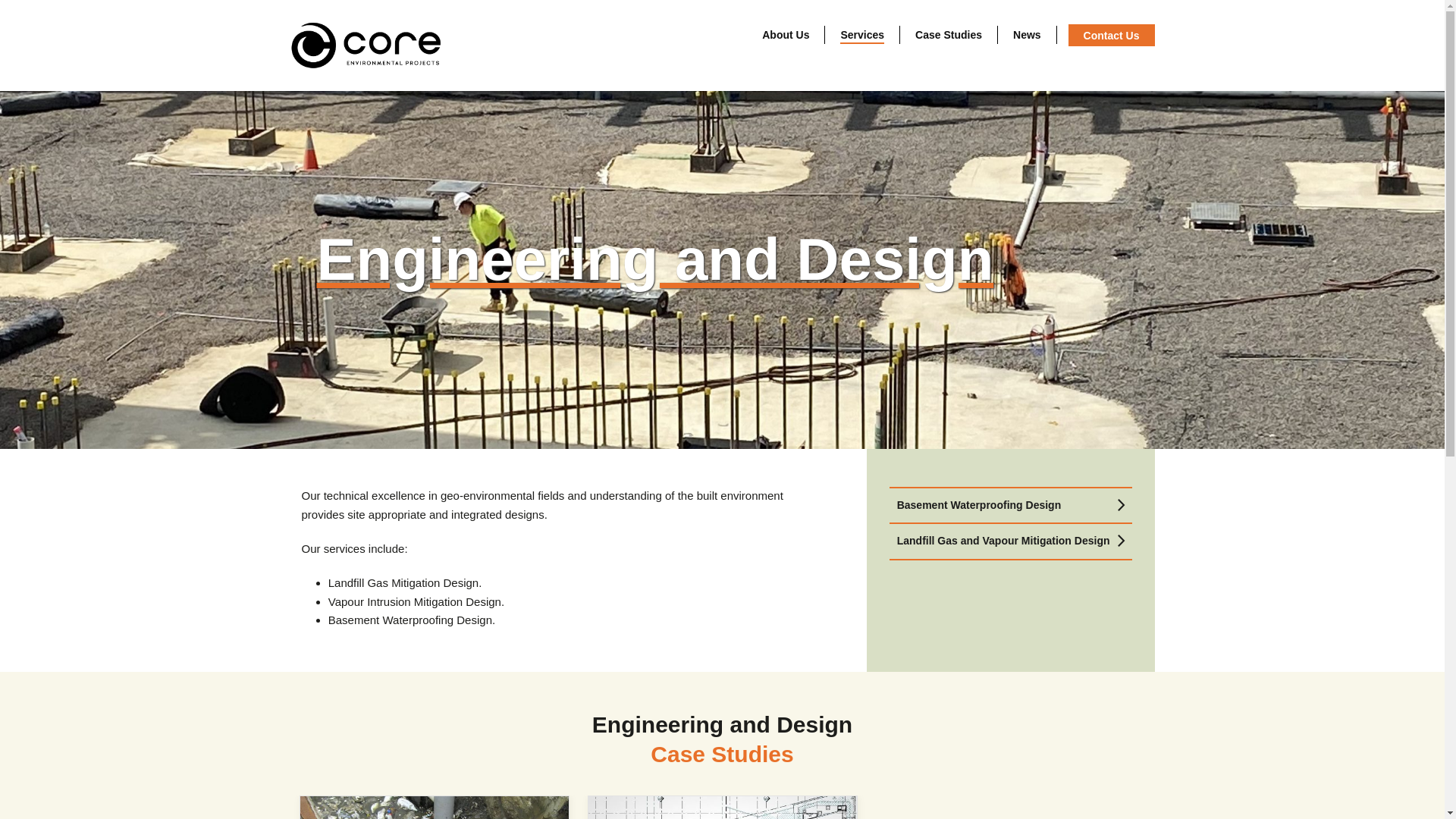 The height and width of the screenshot is (819, 1456). I want to click on 'Services', so click(862, 34).